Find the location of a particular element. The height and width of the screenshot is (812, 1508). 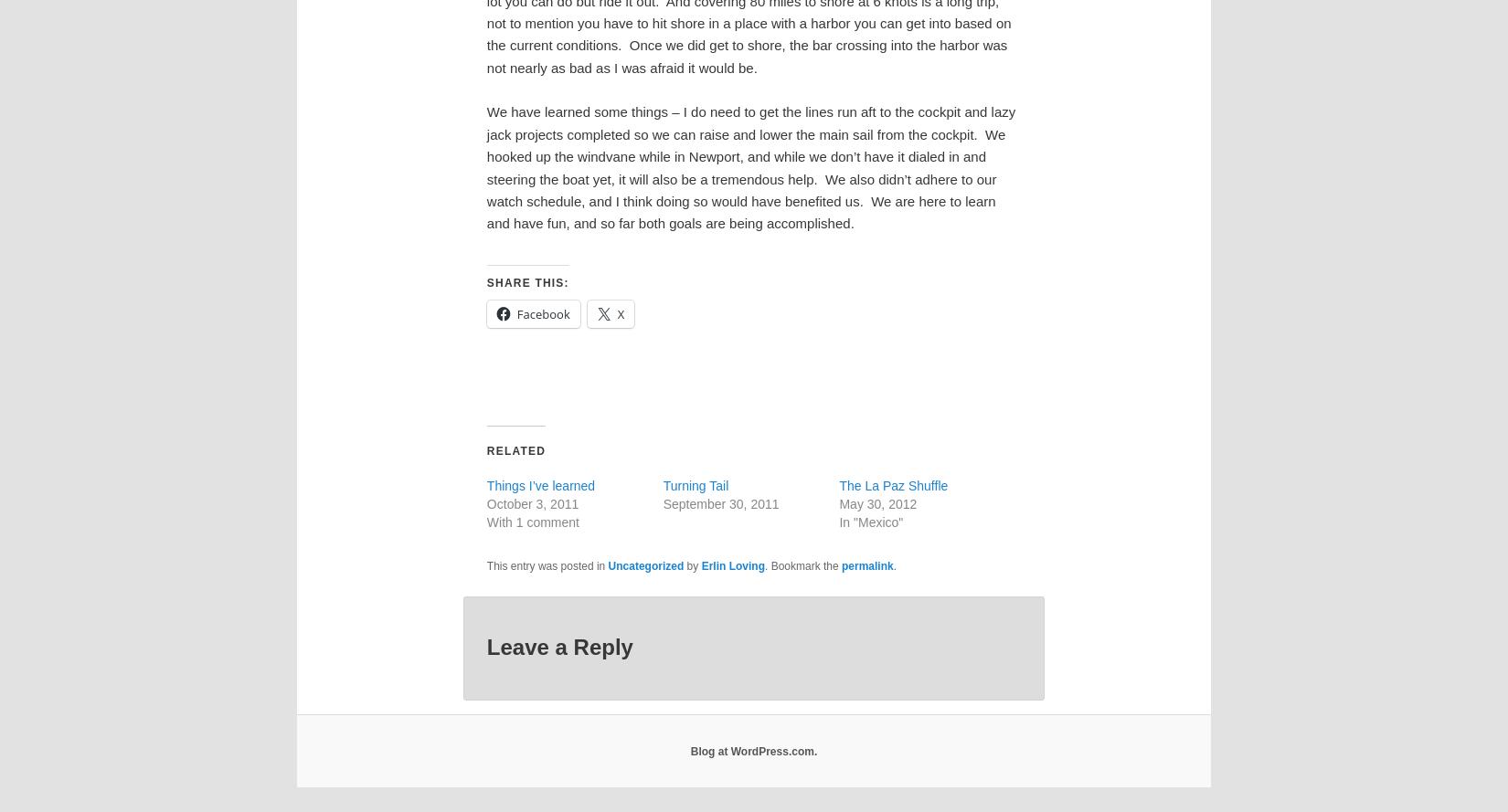

'X' is located at coordinates (619, 311).